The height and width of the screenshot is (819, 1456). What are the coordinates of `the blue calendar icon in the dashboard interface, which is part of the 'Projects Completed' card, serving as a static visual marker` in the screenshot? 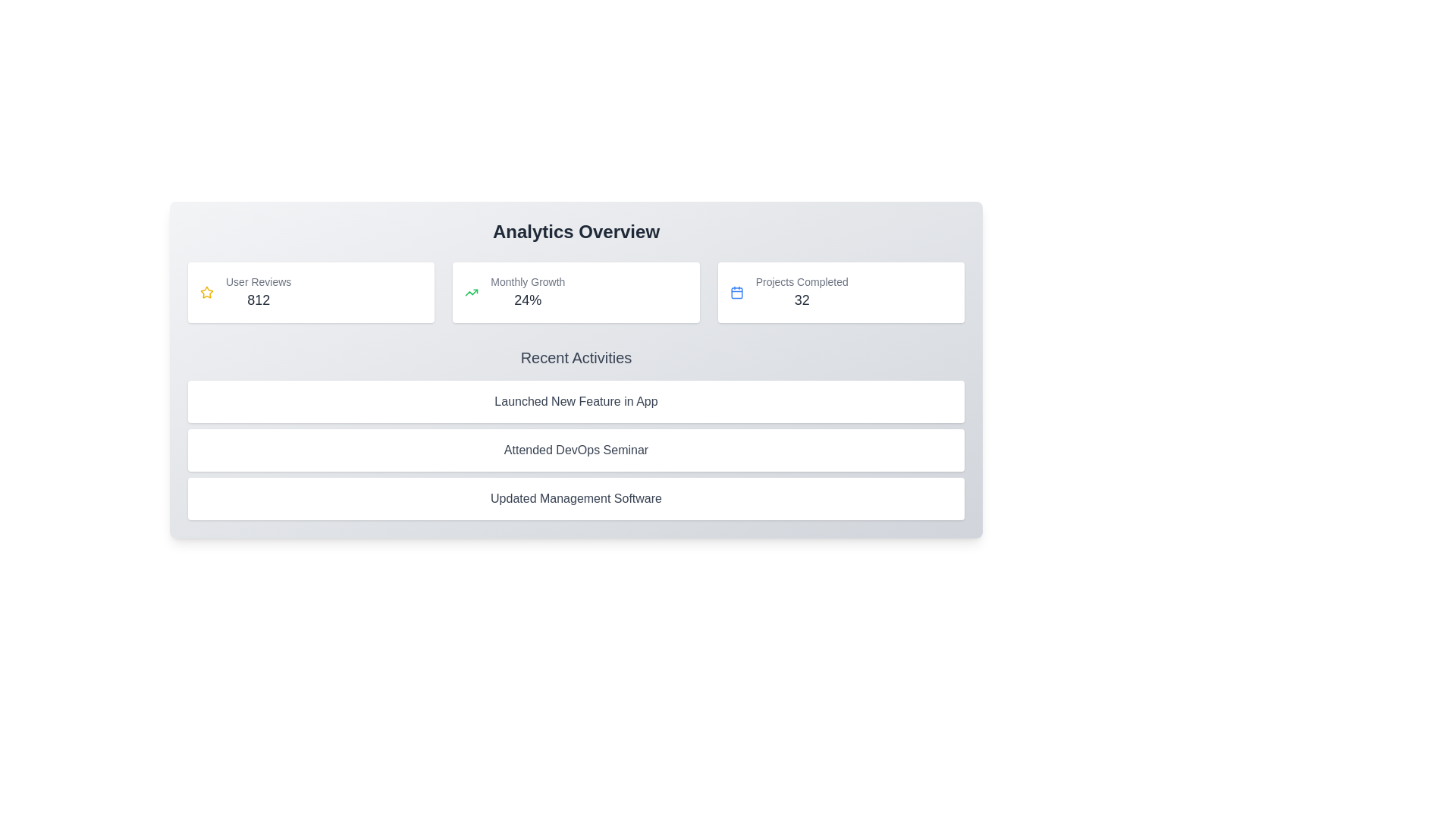 It's located at (736, 292).